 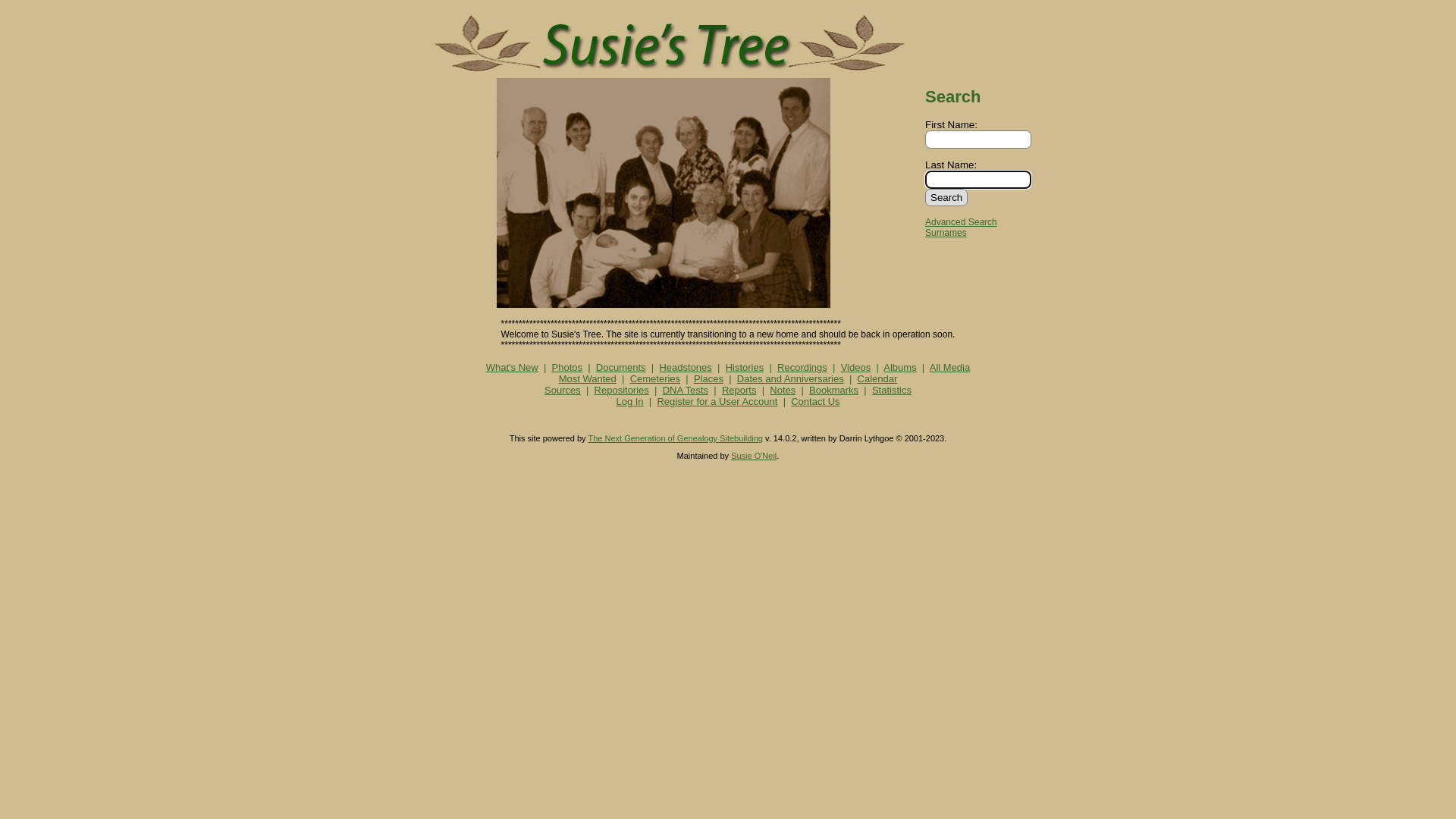 What do you see at coordinates (855, 367) in the screenshot?
I see `'Videos'` at bounding box center [855, 367].